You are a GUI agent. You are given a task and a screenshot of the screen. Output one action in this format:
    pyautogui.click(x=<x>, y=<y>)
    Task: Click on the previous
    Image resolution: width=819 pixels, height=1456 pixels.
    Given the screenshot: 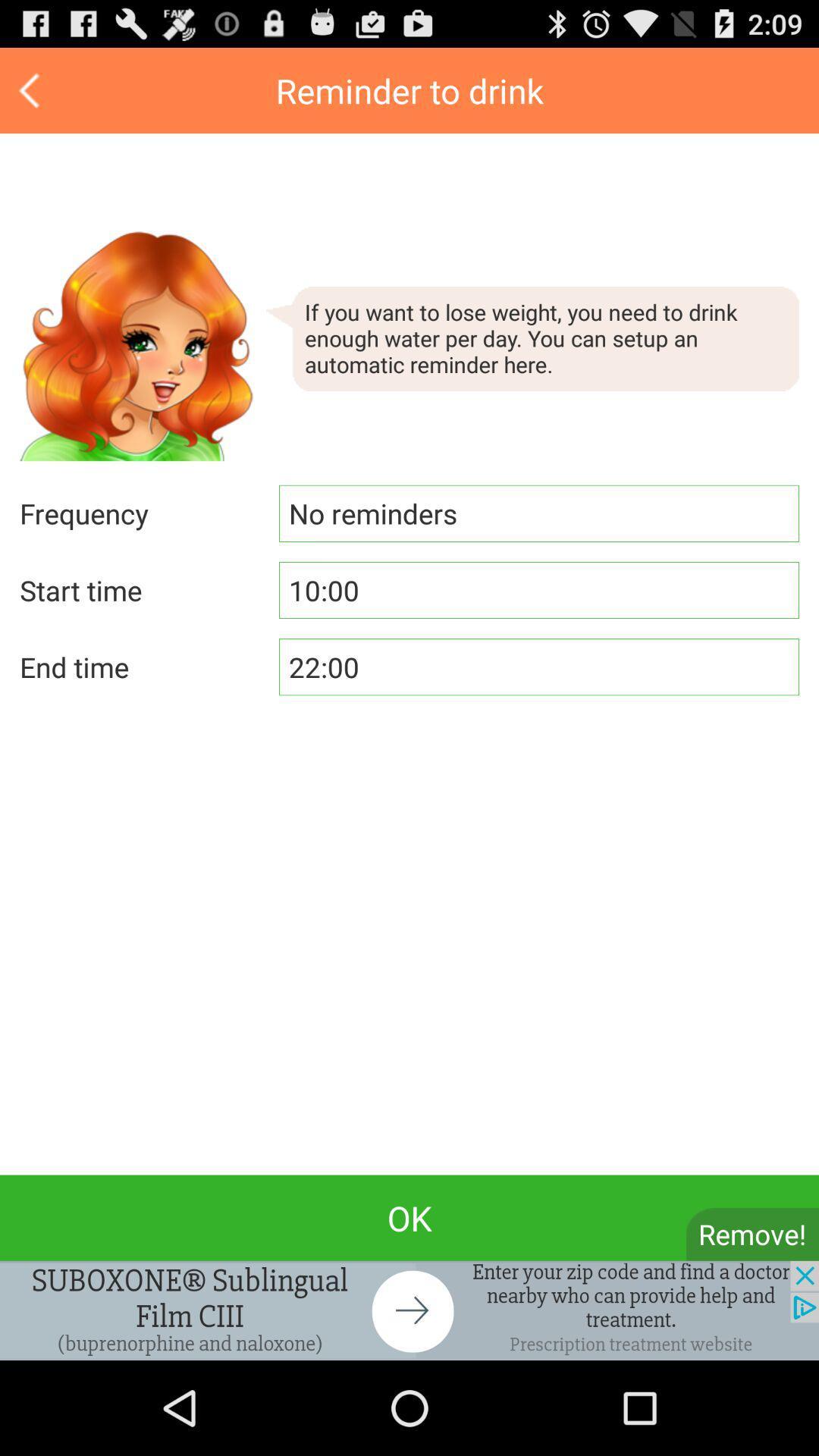 What is the action you would take?
    pyautogui.click(x=31, y=89)
    